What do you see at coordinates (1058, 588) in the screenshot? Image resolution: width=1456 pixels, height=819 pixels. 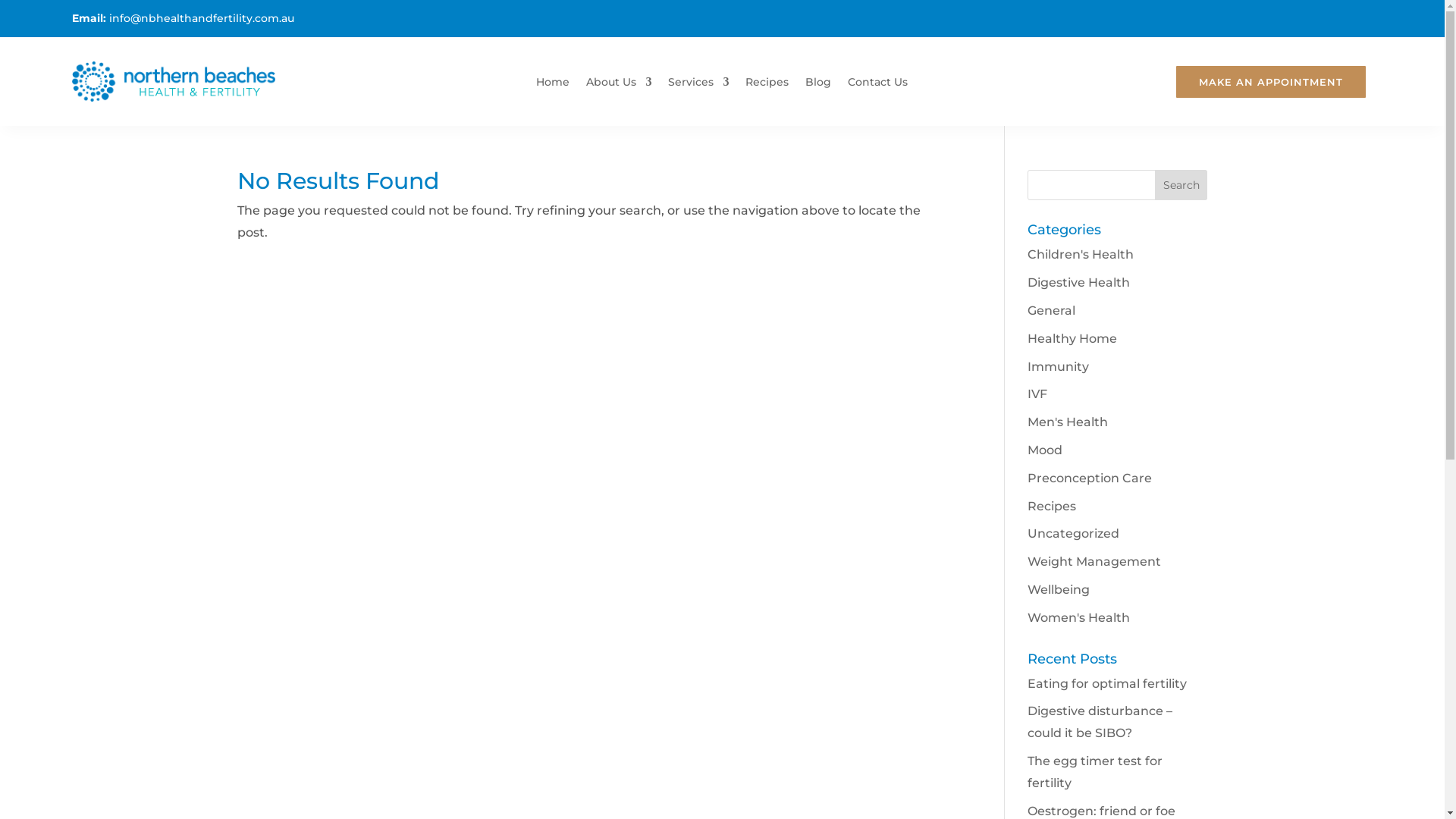 I see `'Wellbeing'` at bounding box center [1058, 588].